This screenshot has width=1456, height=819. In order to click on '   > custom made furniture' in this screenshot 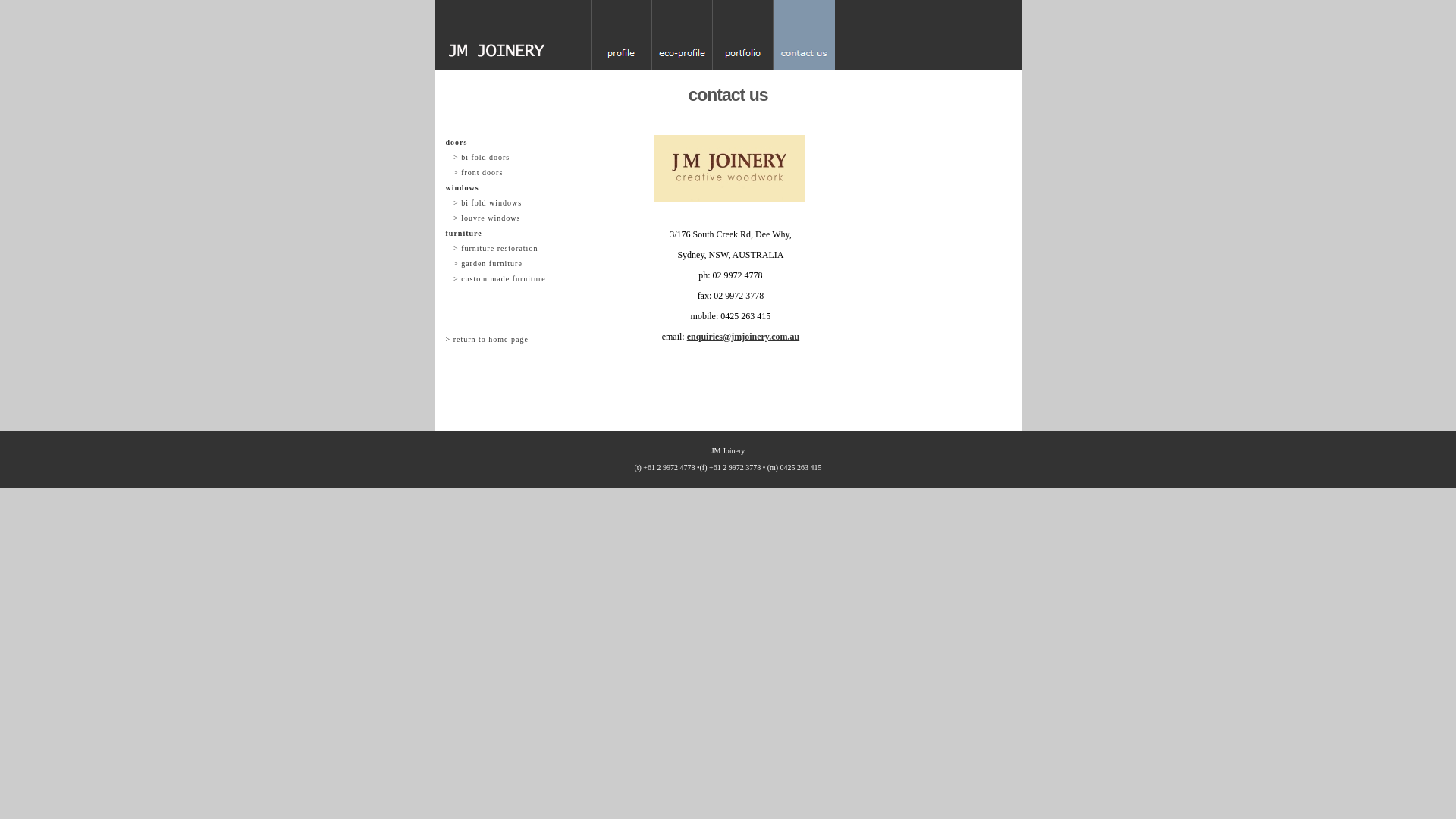, I will do `click(506, 278)`.